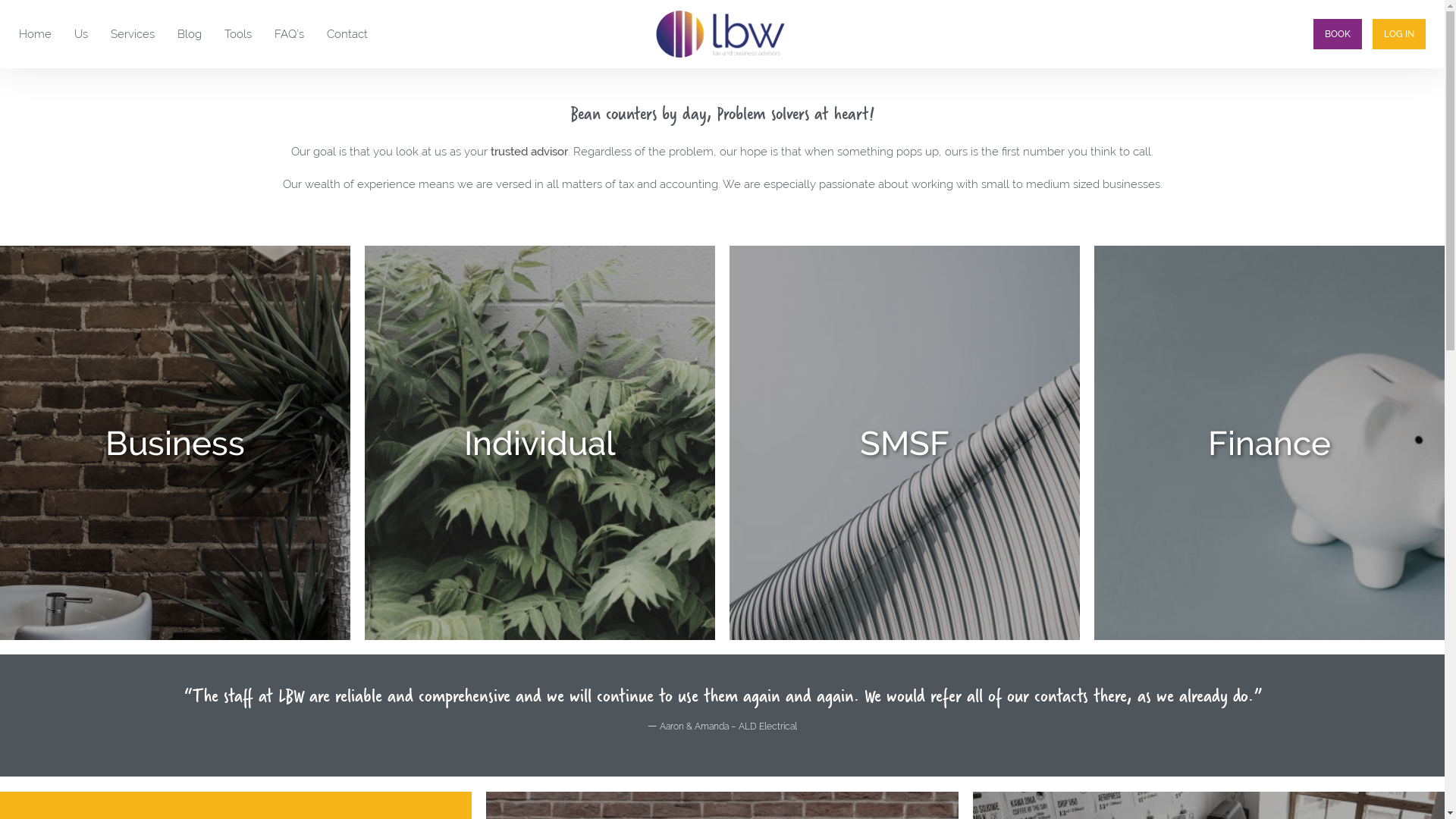  What do you see at coordinates (1337, 34) in the screenshot?
I see `'BOOK'` at bounding box center [1337, 34].